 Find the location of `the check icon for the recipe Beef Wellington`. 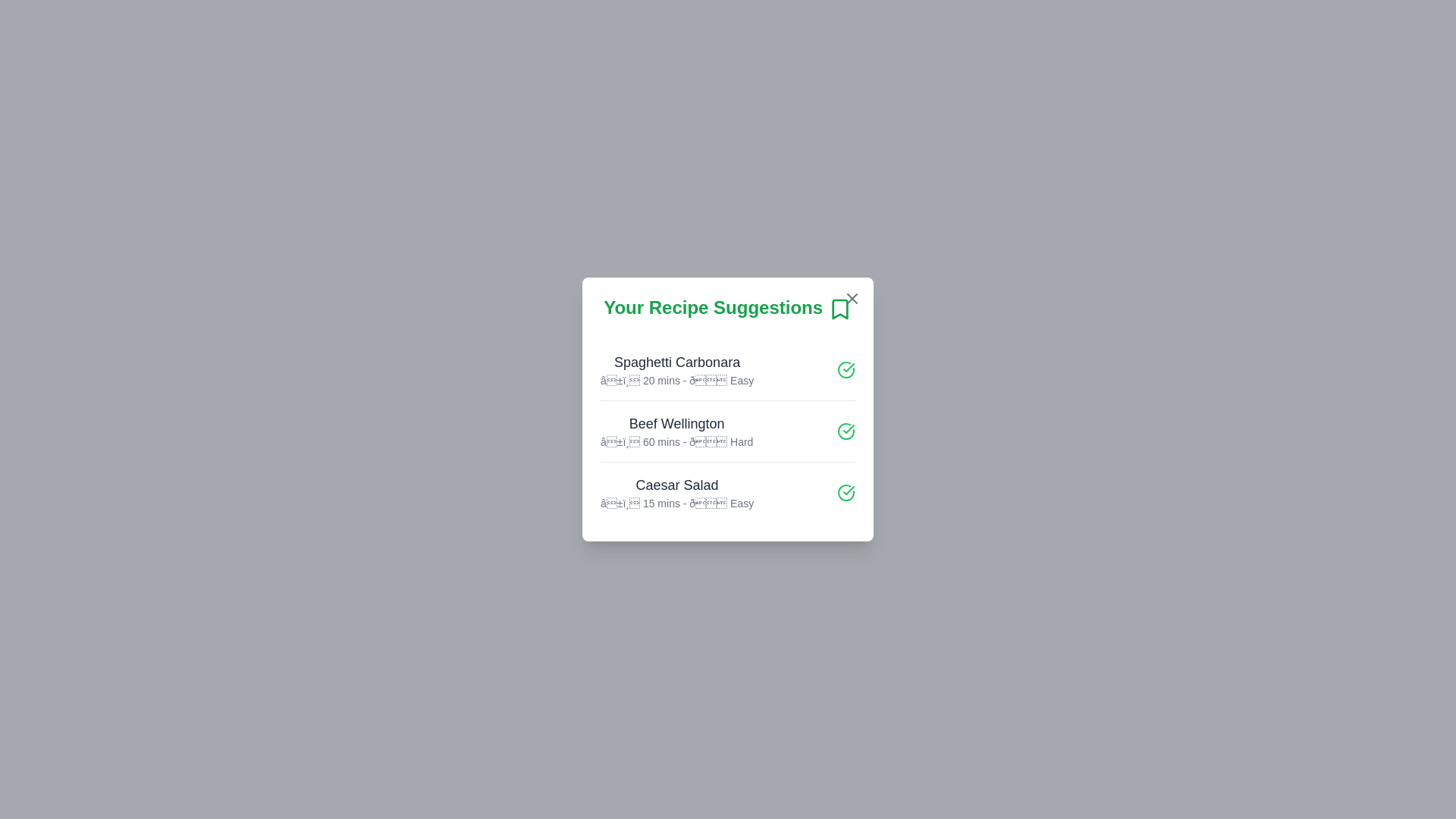

the check icon for the recipe Beef Wellington is located at coordinates (846, 430).